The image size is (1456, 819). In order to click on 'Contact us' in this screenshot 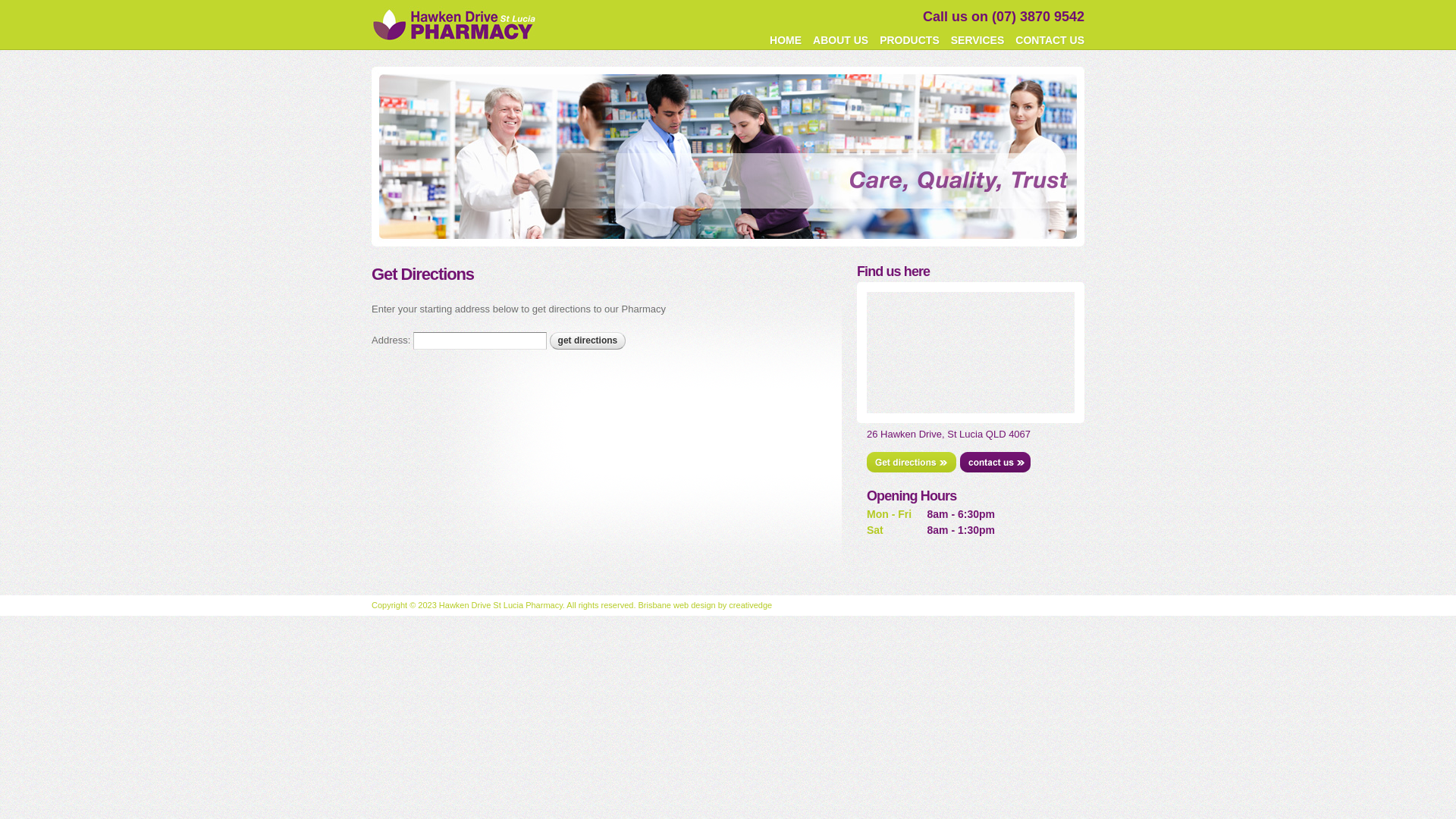, I will do `click(995, 461)`.